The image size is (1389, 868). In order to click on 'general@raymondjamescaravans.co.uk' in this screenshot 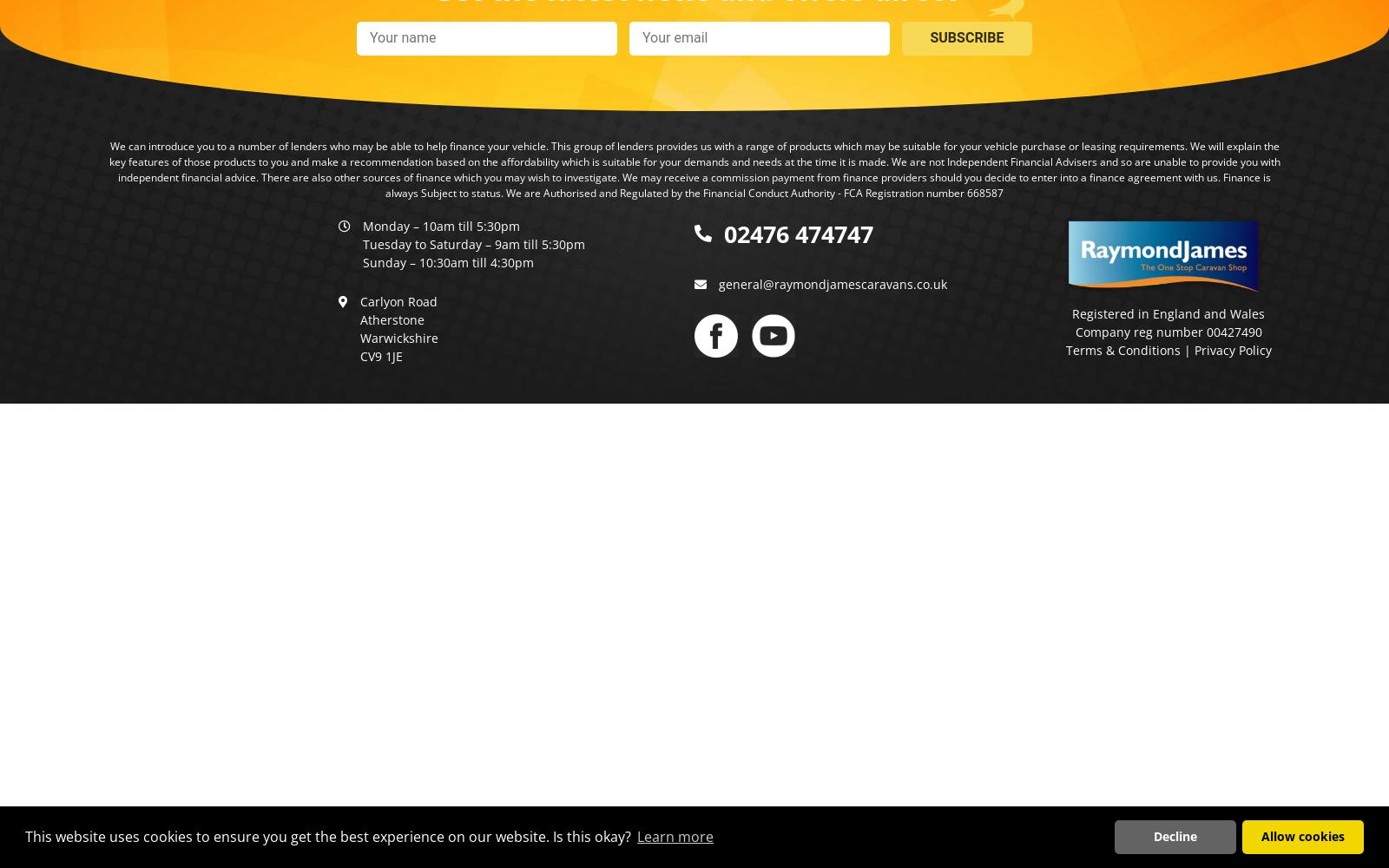, I will do `click(717, 283)`.